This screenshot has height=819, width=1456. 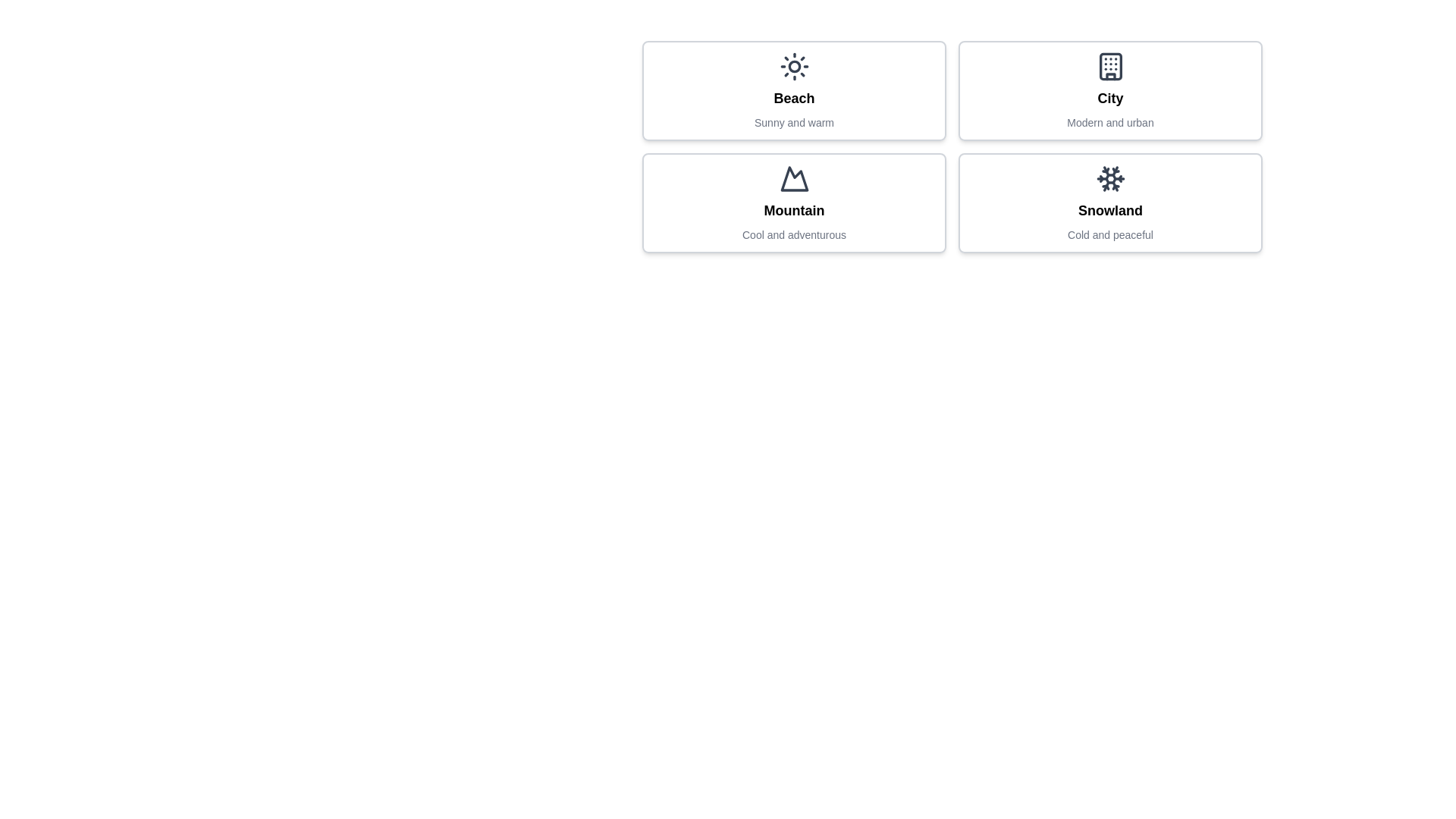 What do you see at coordinates (1110, 99) in the screenshot?
I see `text label displaying 'City' in bold font, located centrally below the building icon in the second column of the top row` at bounding box center [1110, 99].